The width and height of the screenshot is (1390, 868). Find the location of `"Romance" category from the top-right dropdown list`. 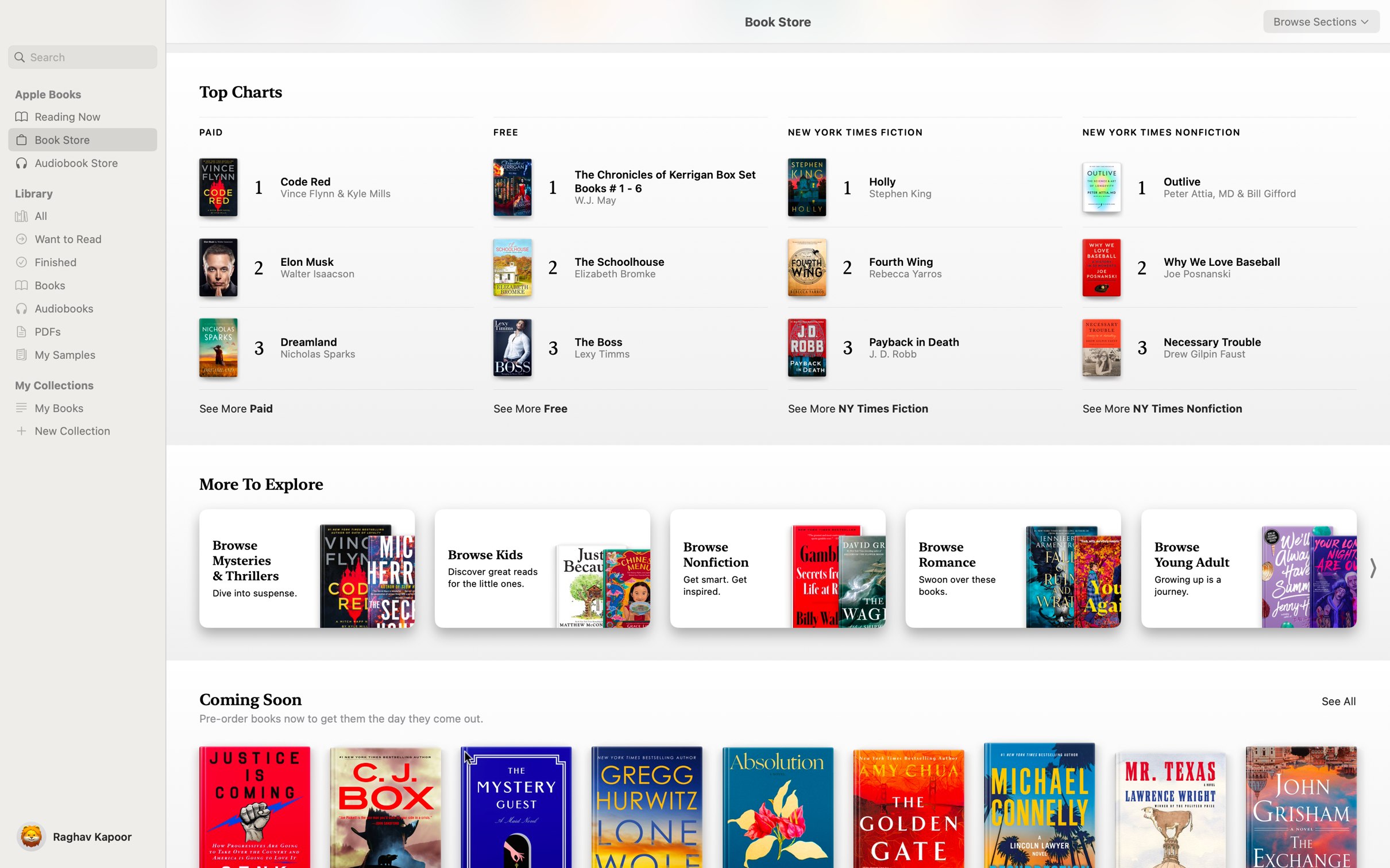

"Romance" category from the top-right dropdown list is located at coordinates (1321, 21).